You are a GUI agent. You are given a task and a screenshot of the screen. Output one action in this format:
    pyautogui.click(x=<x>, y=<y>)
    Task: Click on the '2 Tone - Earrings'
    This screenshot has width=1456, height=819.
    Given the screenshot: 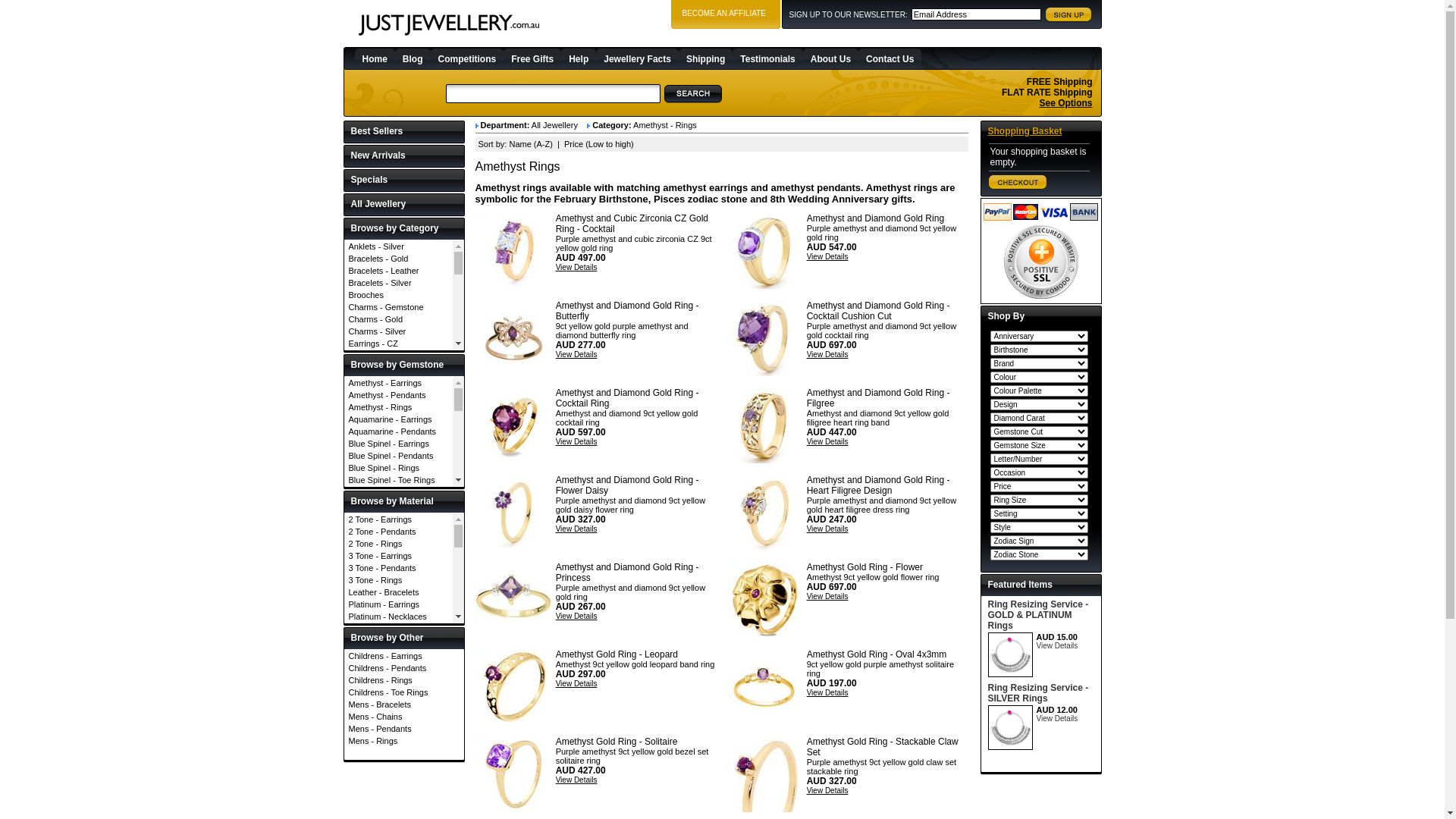 What is the action you would take?
    pyautogui.click(x=344, y=519)
    